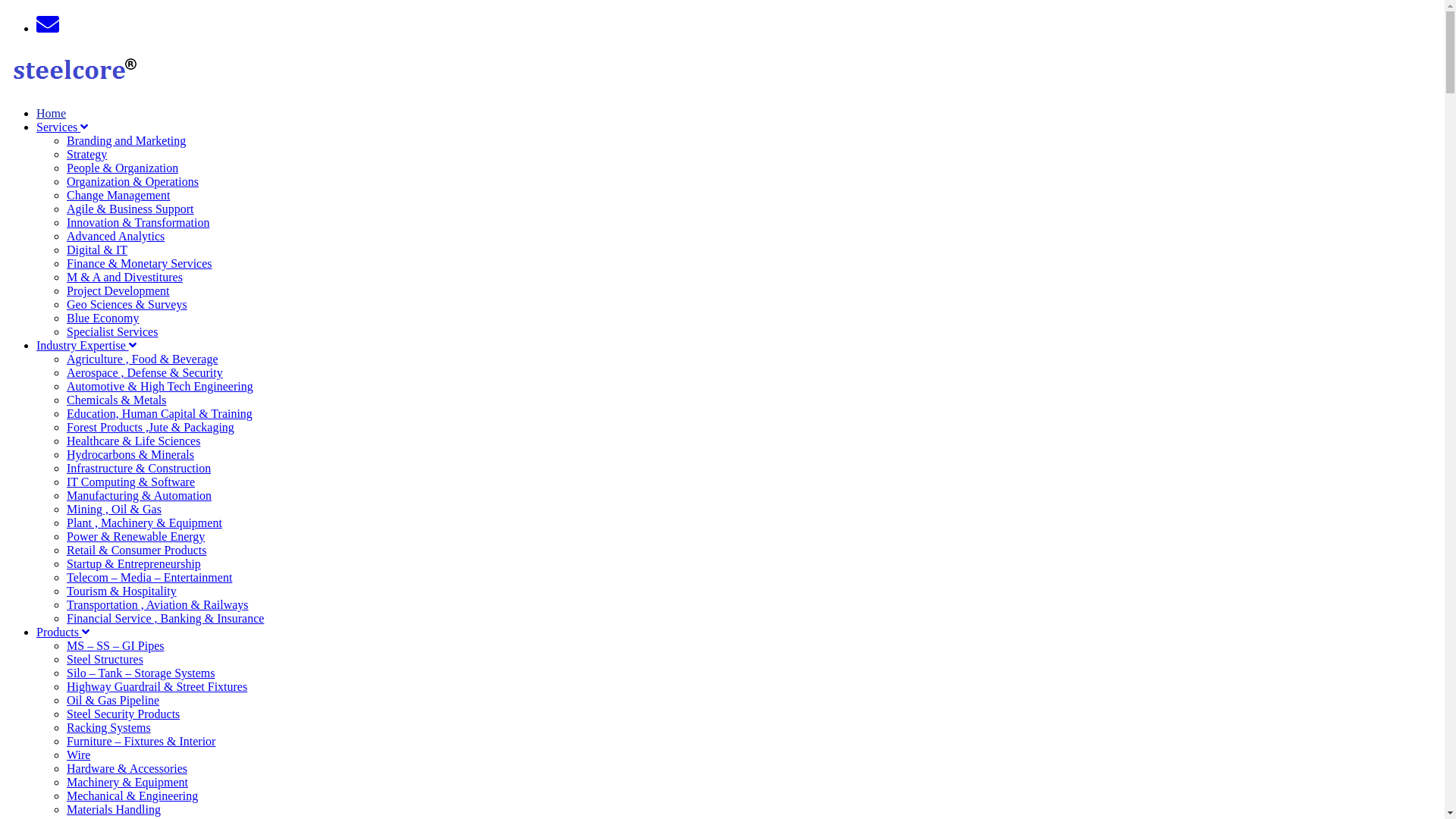 The width and height of the screenshot is (1456, 819). I want to click on 'Project Development', so click(118, 290).